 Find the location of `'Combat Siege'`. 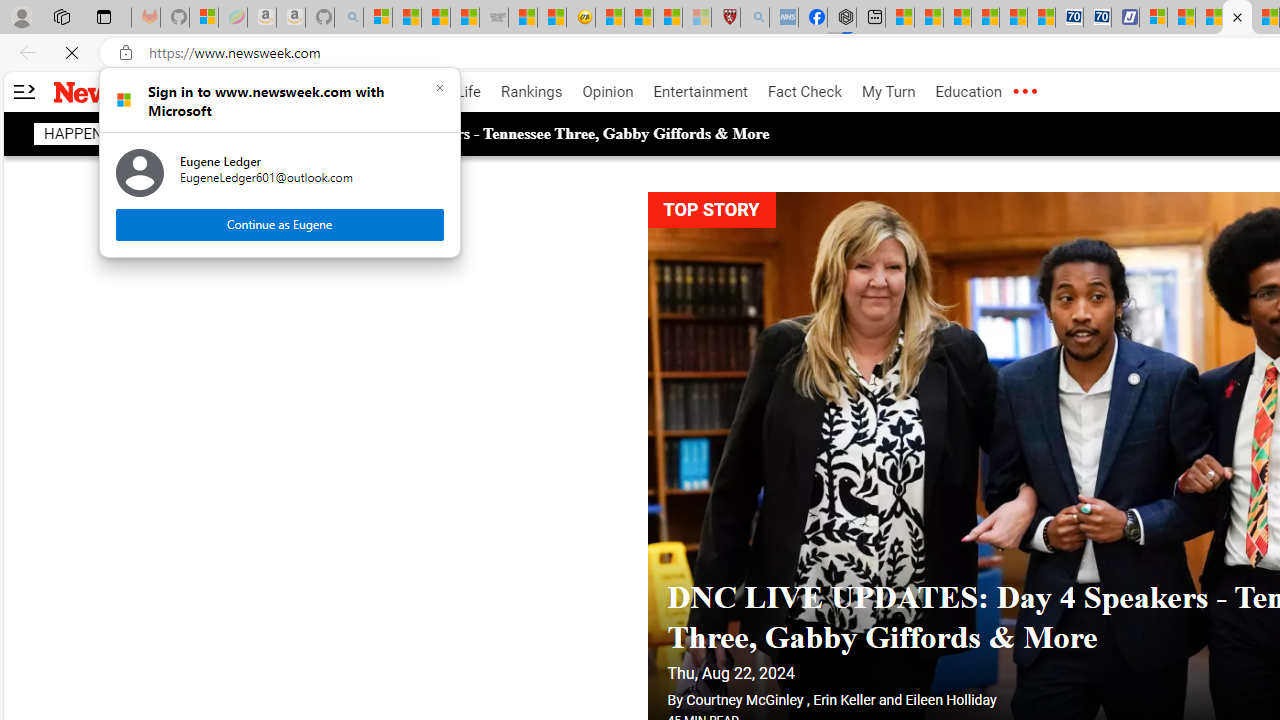

'Combat Siege' is located at coordinates (494, 17).